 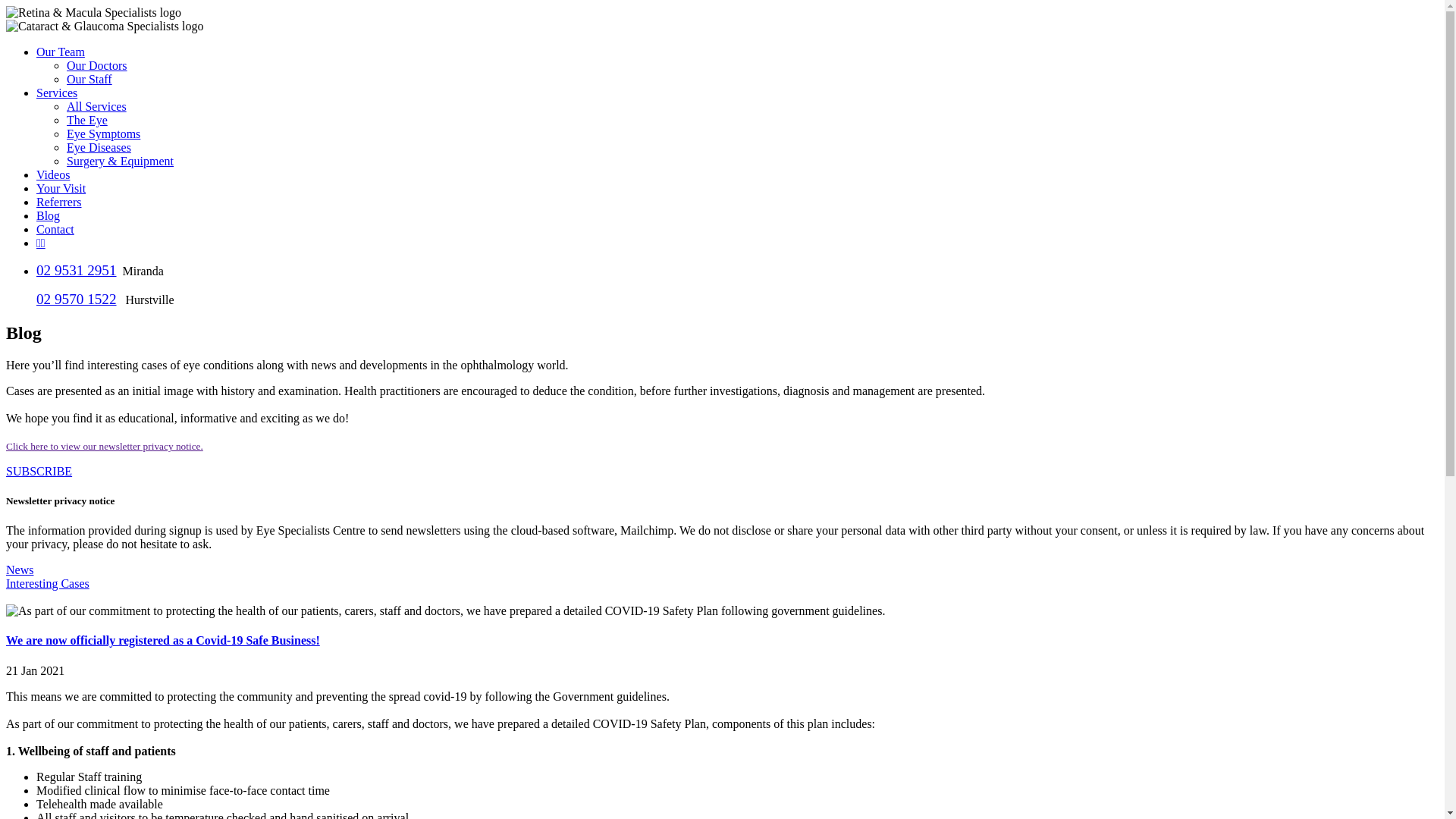 What do you see at coordinates (53, 174) in the screenshot?
I see `'Videos'` at bounding box center [53, 174].